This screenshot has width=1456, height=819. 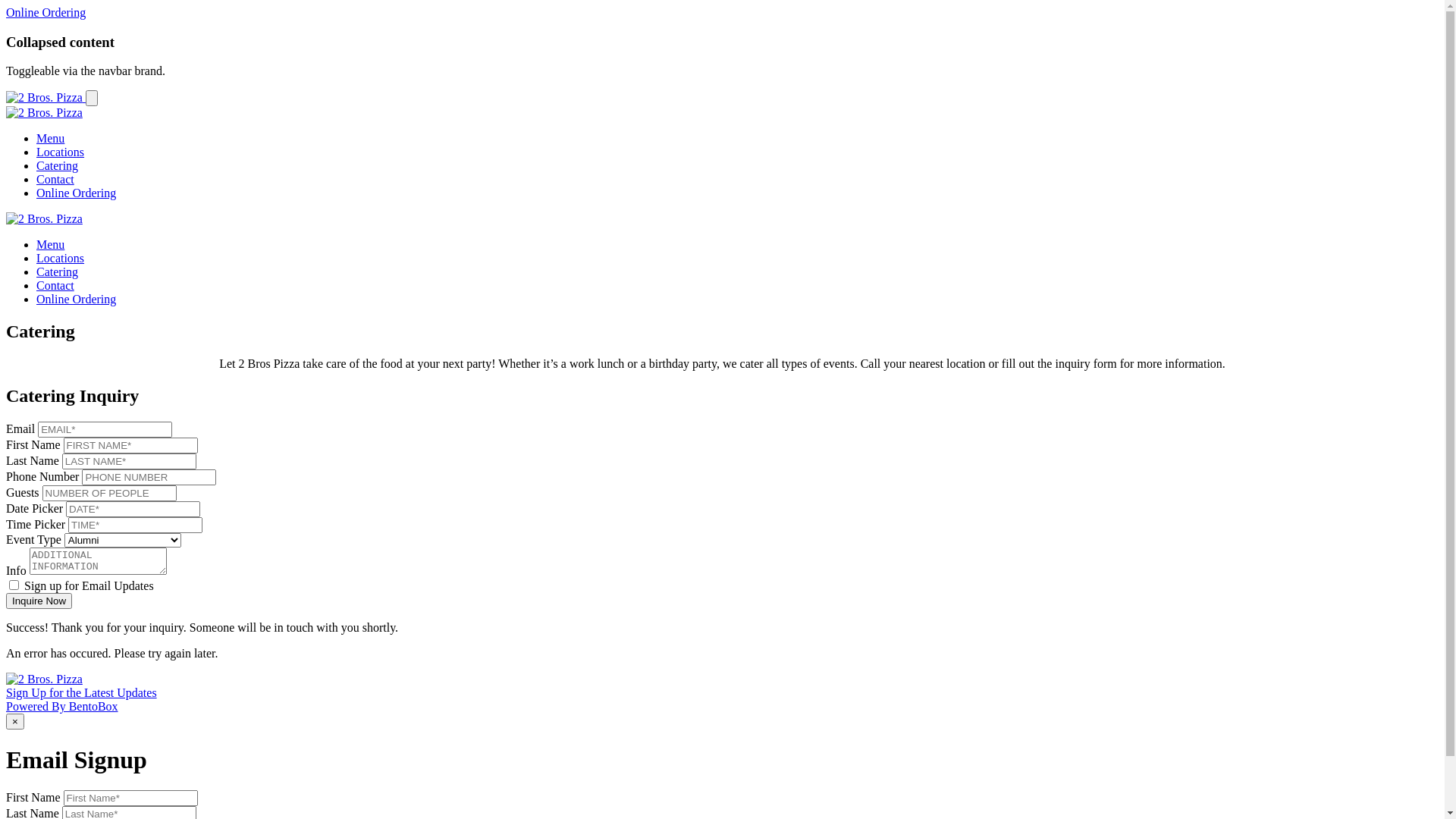 I want to click on 'Sign Up for the Latest Updates', so click(x=6, y=692).